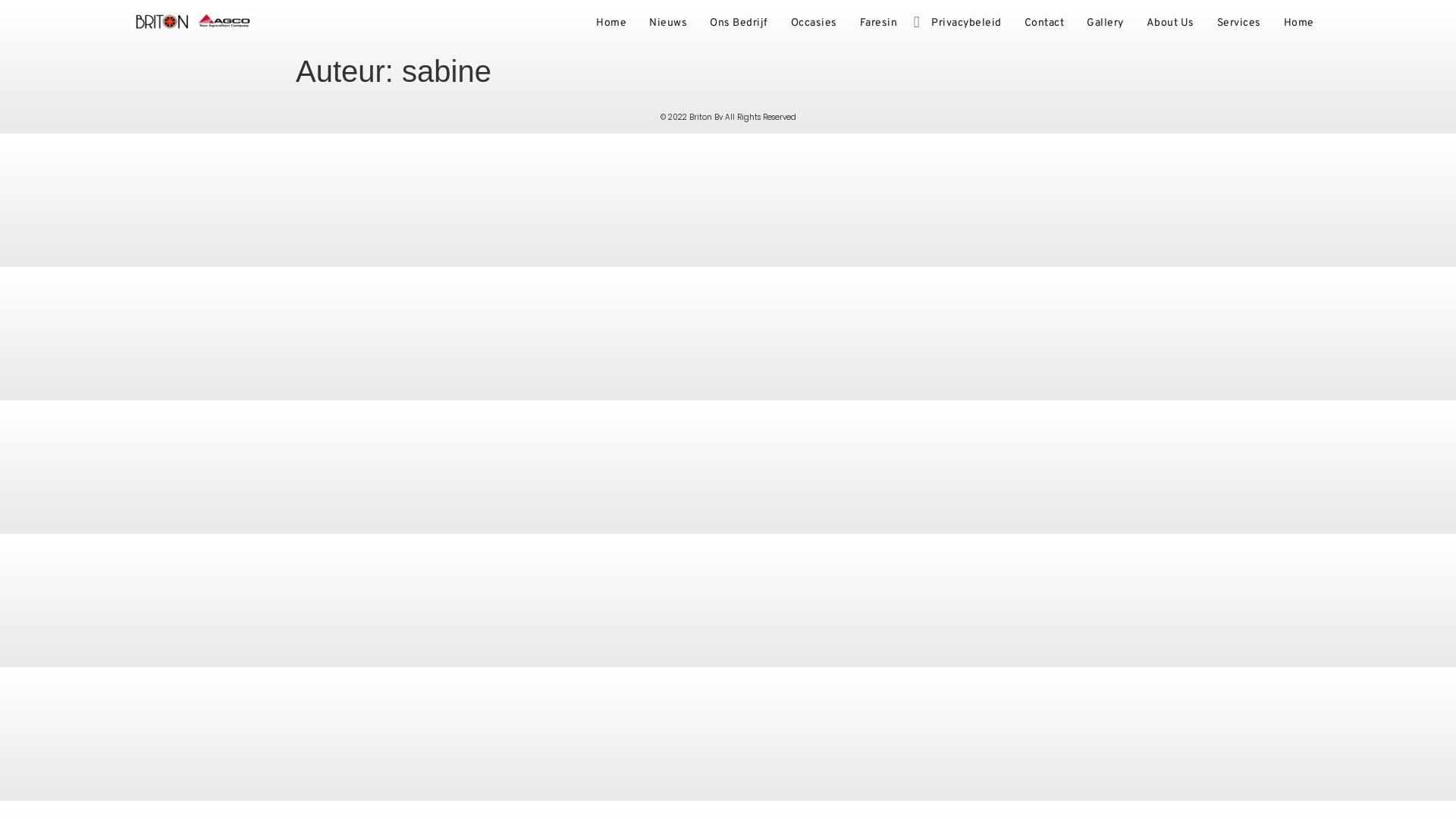 The image size is (1456, 819). What do you see at coordinates (1169, 23) in the screenshot?
I see `'About Us'` at bounding box center [1169, 23].